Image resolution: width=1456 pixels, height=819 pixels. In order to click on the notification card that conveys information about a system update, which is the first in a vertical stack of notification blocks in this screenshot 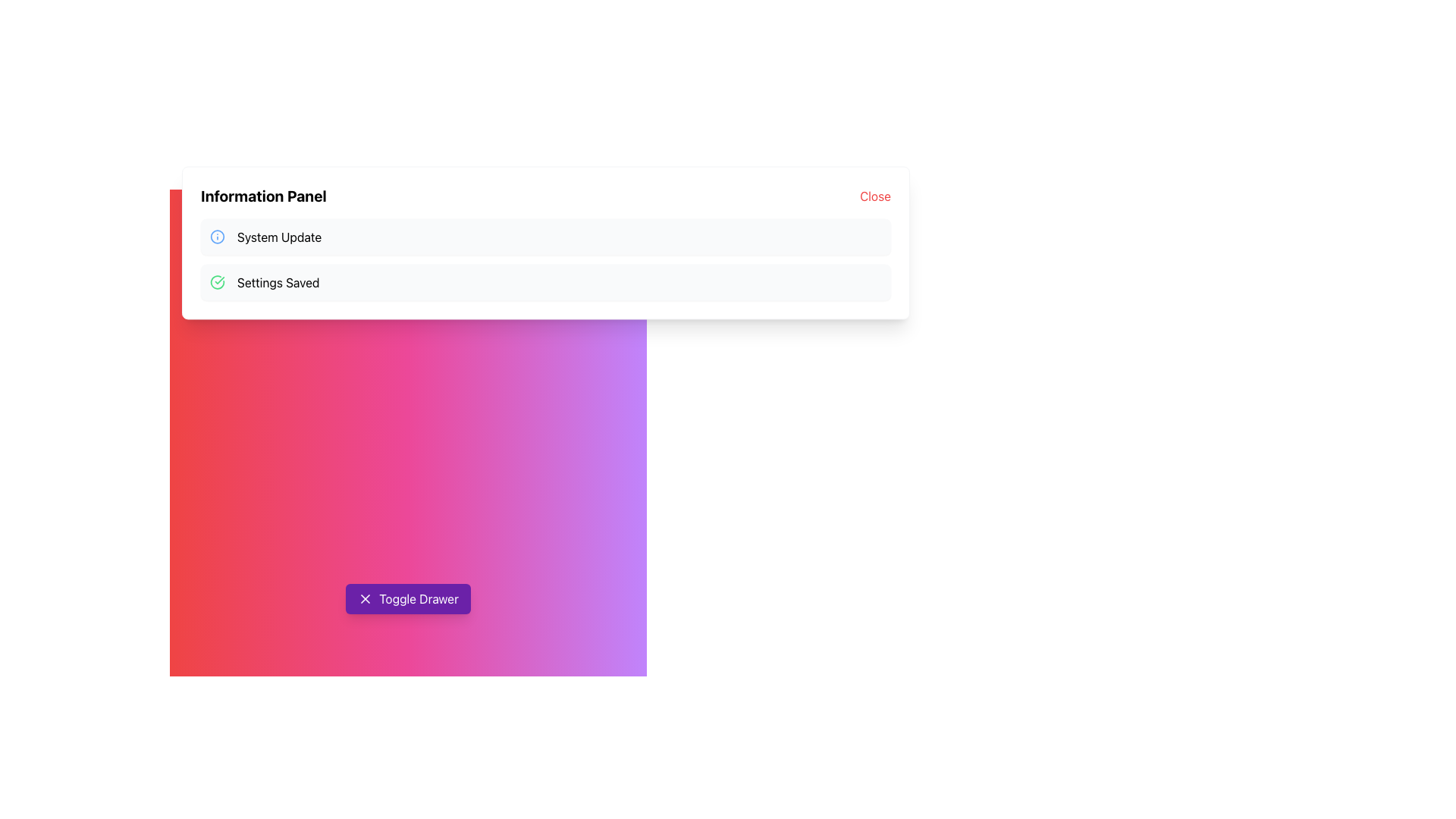, I will do `click(546, 237)`.